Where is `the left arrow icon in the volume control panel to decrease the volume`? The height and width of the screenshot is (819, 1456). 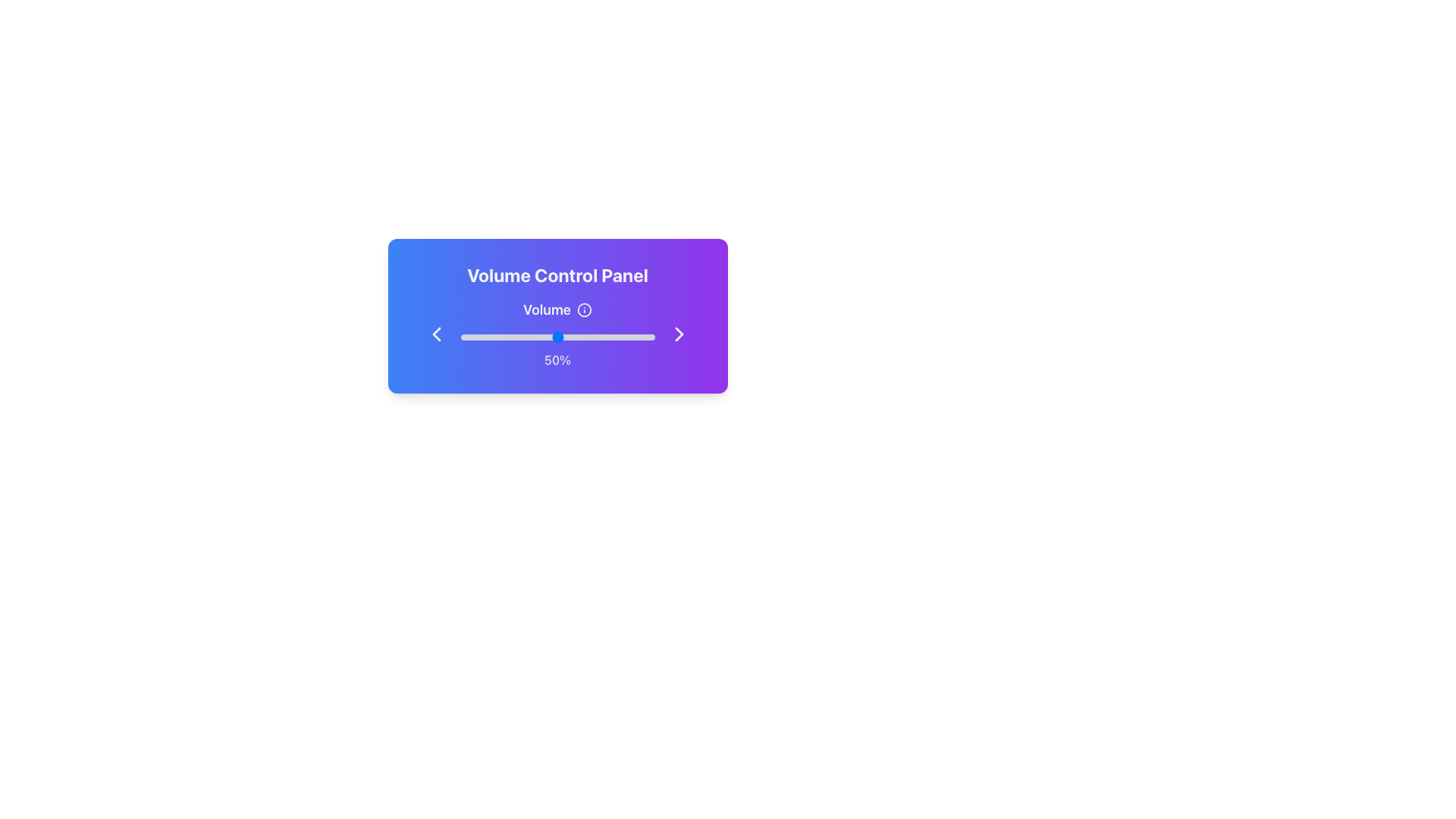
the left arrow icon in the volume control panel to decrease the volume is located at coordinates (435, 333).